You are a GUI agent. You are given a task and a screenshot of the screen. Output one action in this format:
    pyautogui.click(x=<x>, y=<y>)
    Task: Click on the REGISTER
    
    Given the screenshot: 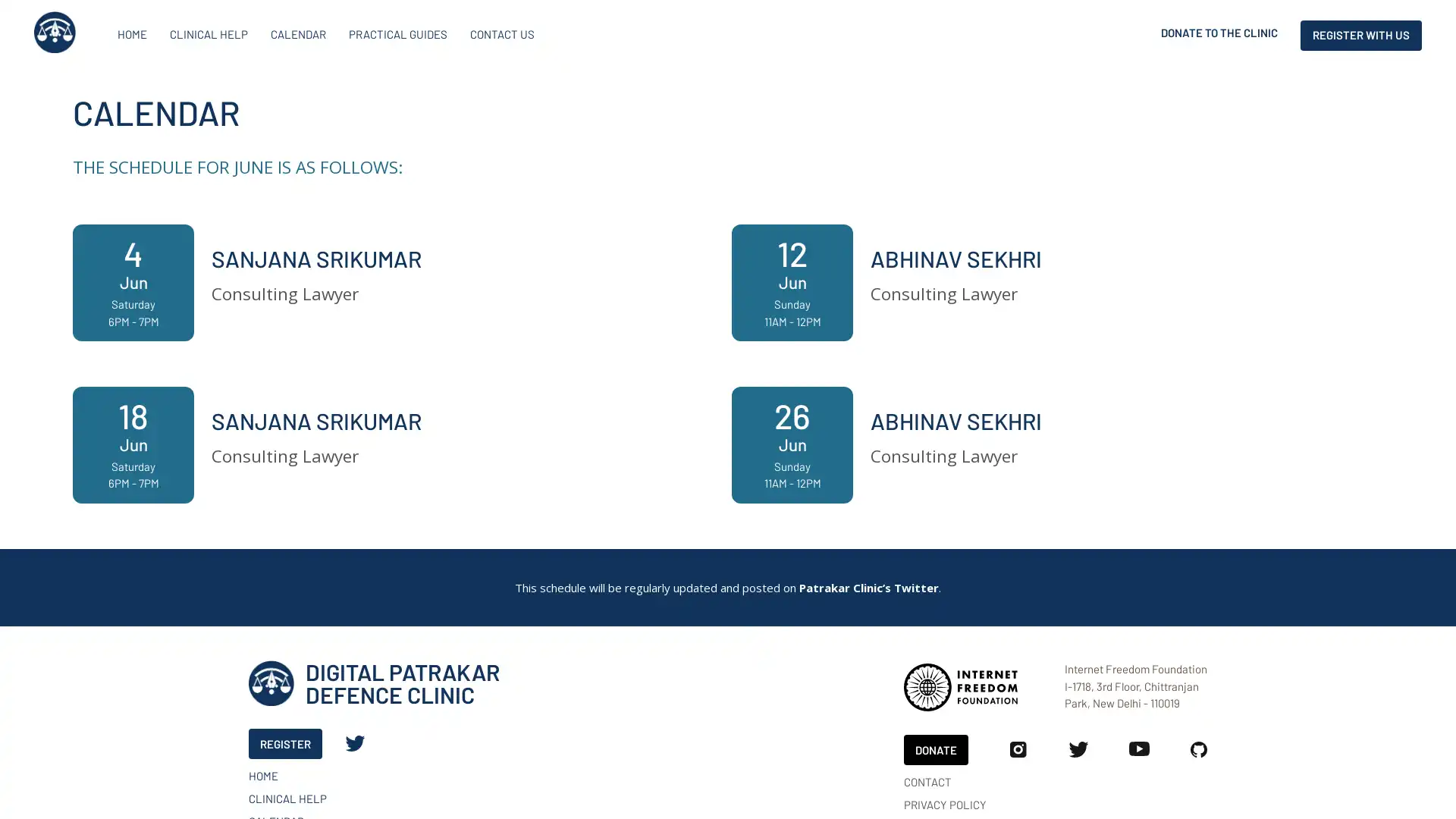 What is the action you would take?
    pyautogui.click(x=285, y=742)
    